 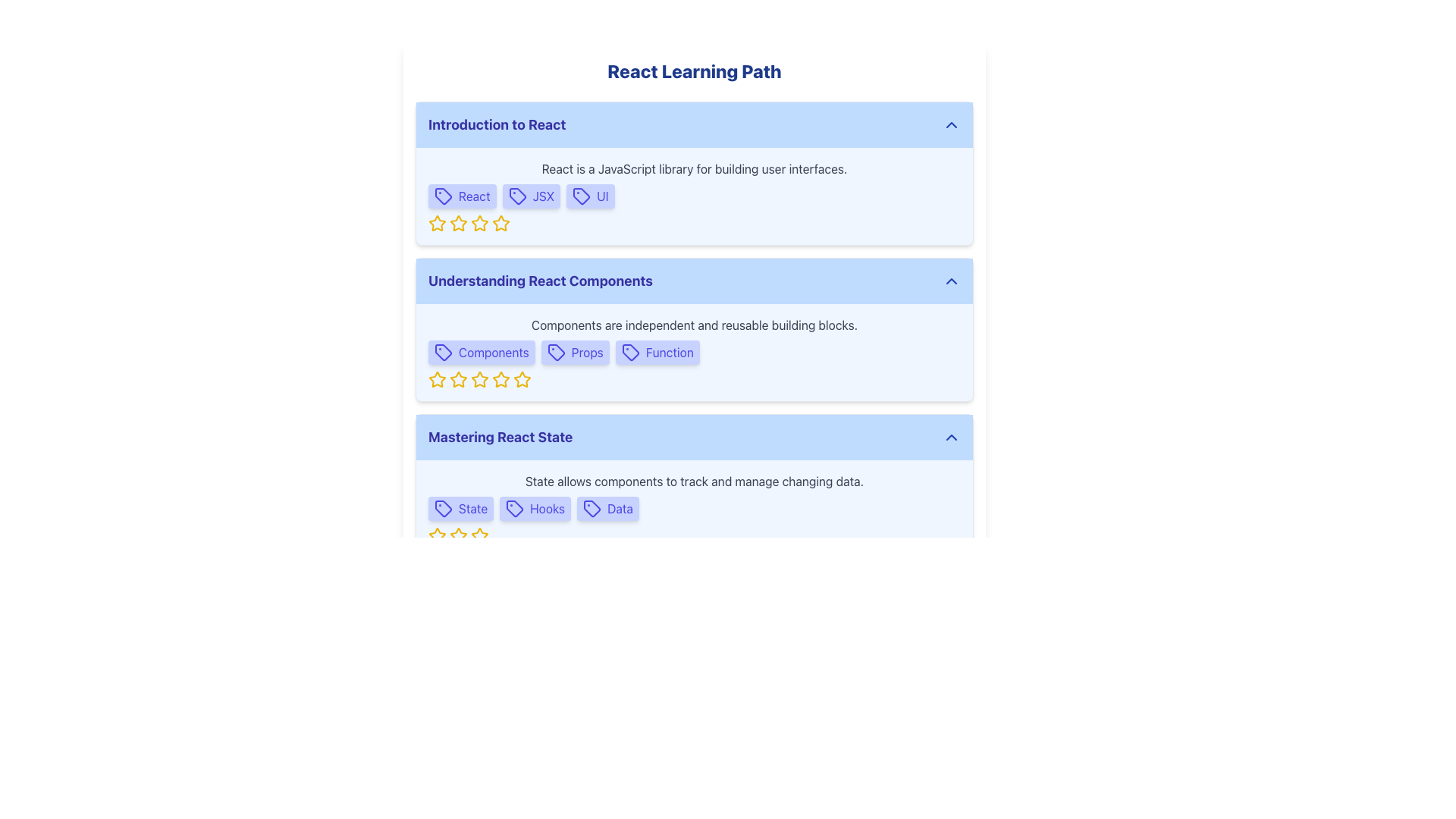 I want to click on the tag-like icon located in the 'Understanding React Components' section, adjacent to the 'Props' label icon, so click(x=555, y=353).